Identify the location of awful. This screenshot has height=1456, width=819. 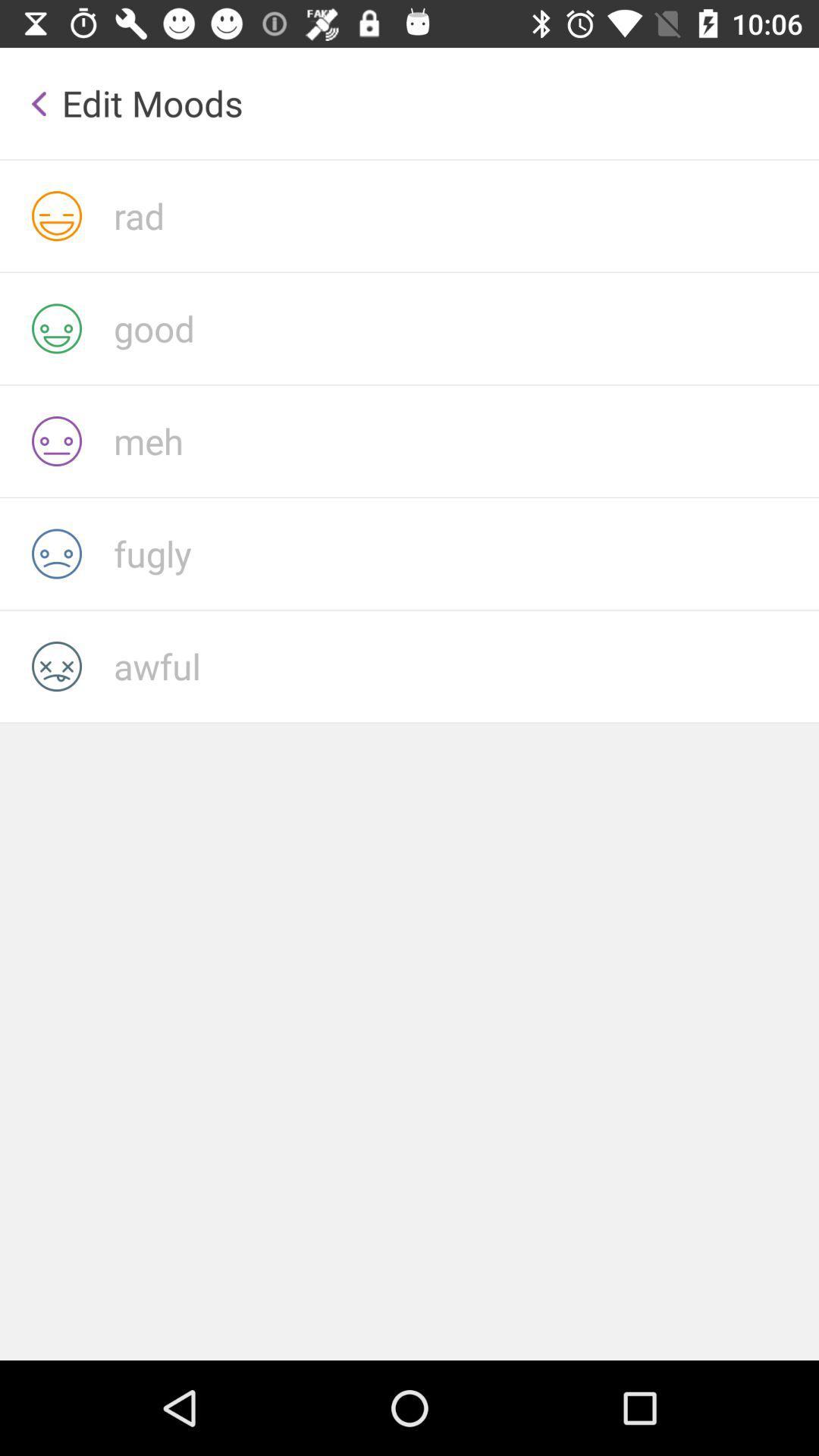
(465, 666).